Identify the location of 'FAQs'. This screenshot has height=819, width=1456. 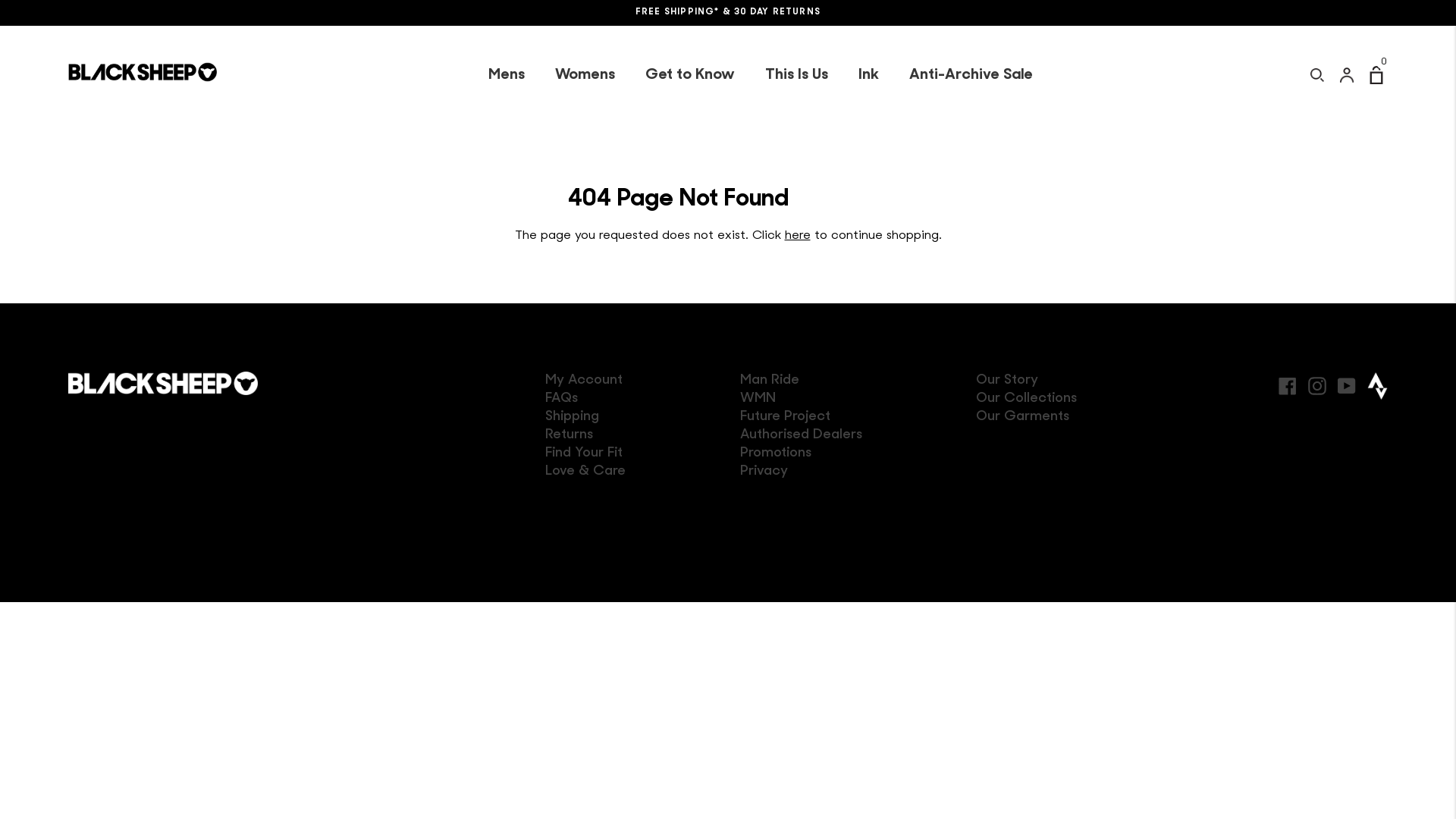
(560, 397).